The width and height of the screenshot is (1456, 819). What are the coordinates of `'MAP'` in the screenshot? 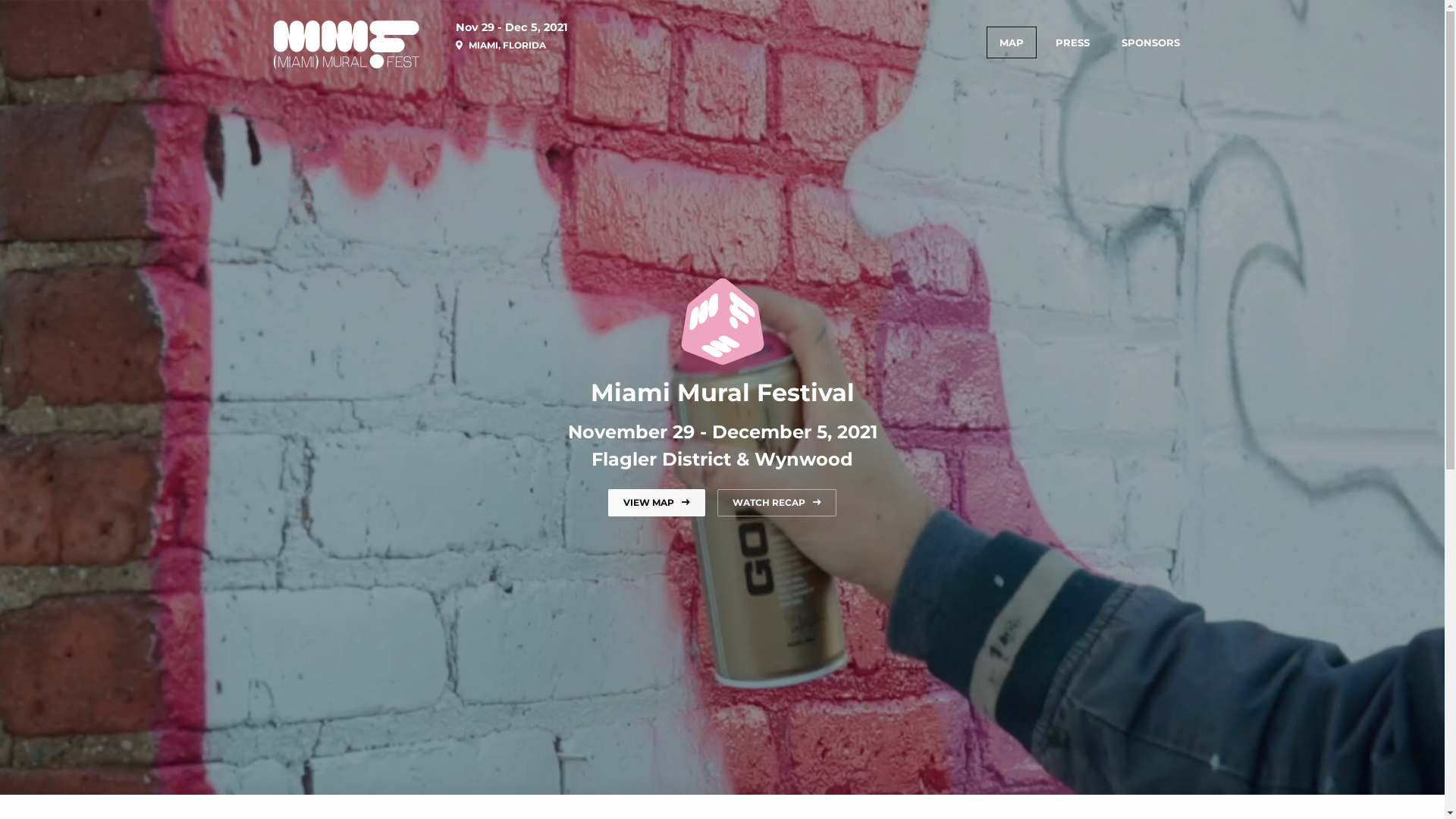 It's located at (1011, 42).